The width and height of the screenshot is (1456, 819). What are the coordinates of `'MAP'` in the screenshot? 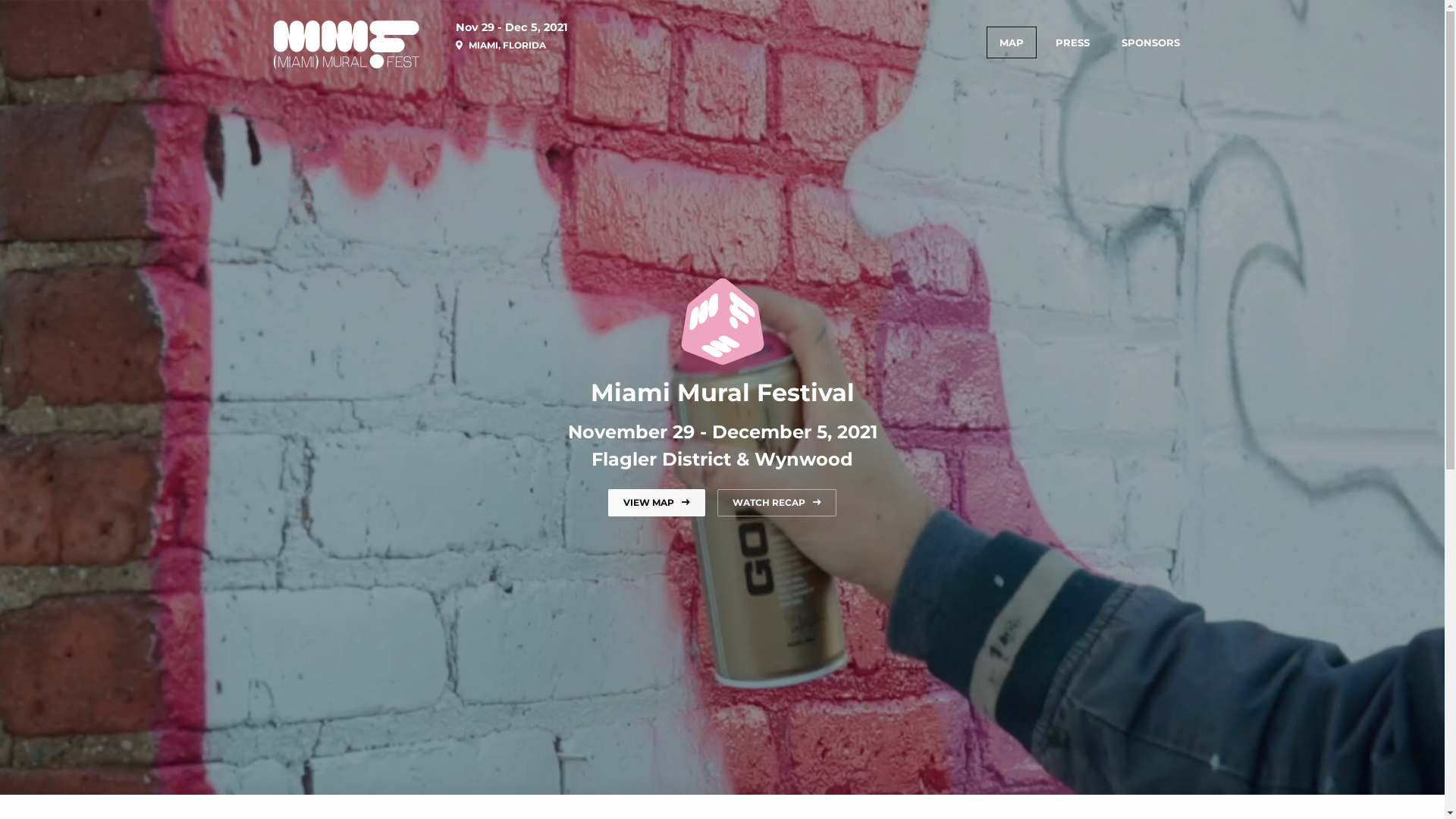 It's located at (1011, 42).